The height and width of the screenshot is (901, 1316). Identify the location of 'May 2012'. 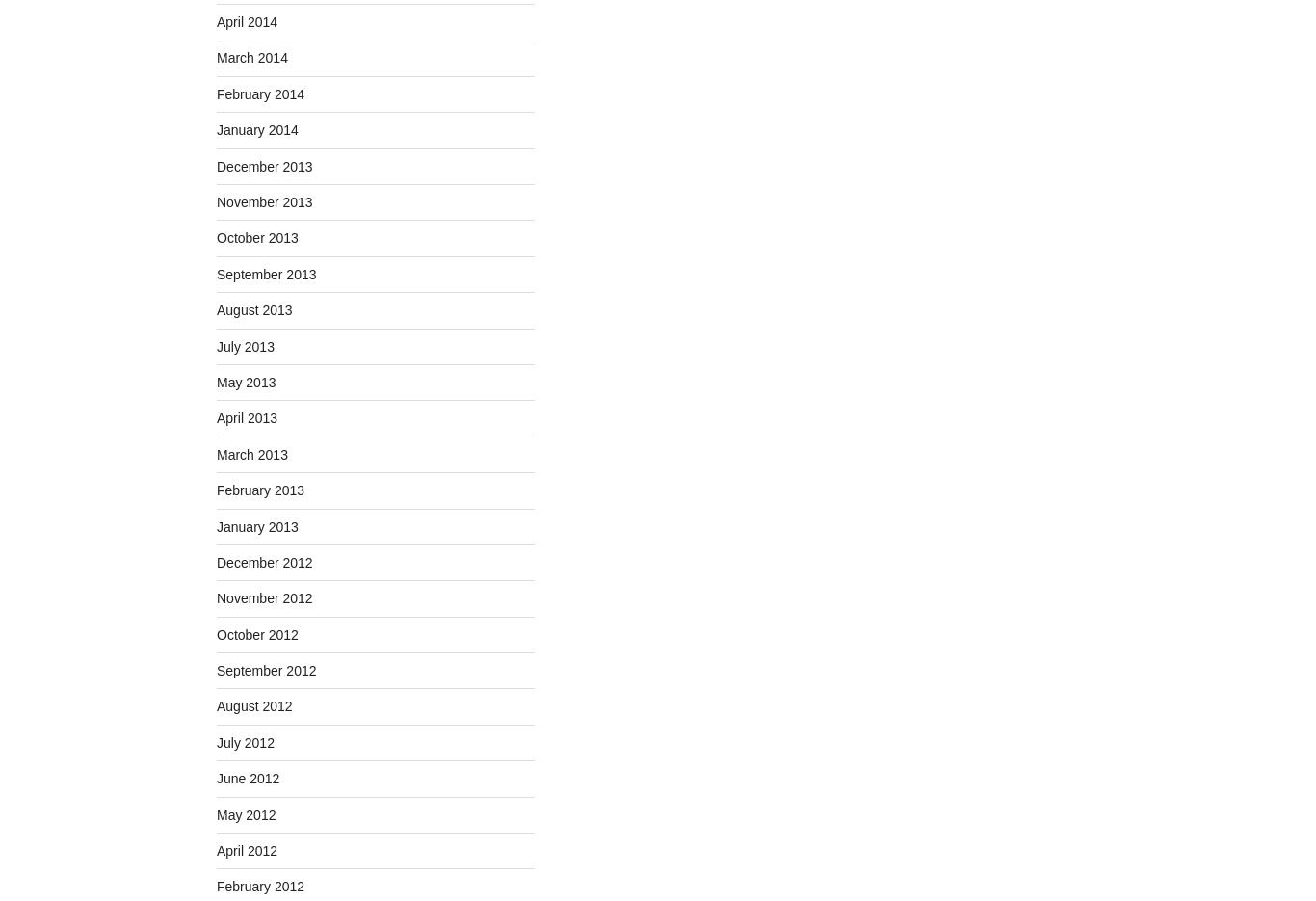
(246, 813).